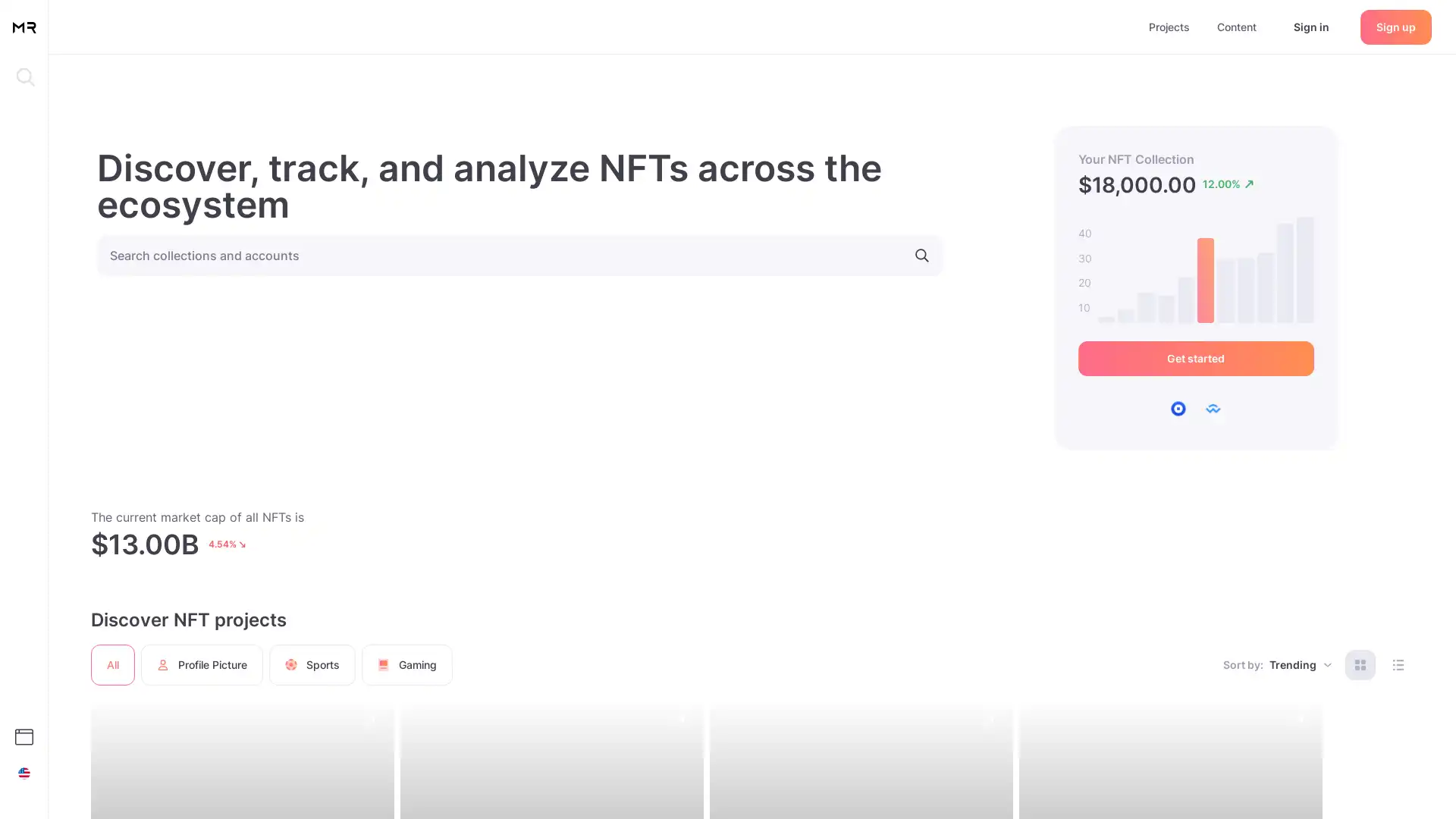  Describe the element at coordinates (1194, 359) in the screenshot. I see `Get started` at that location.